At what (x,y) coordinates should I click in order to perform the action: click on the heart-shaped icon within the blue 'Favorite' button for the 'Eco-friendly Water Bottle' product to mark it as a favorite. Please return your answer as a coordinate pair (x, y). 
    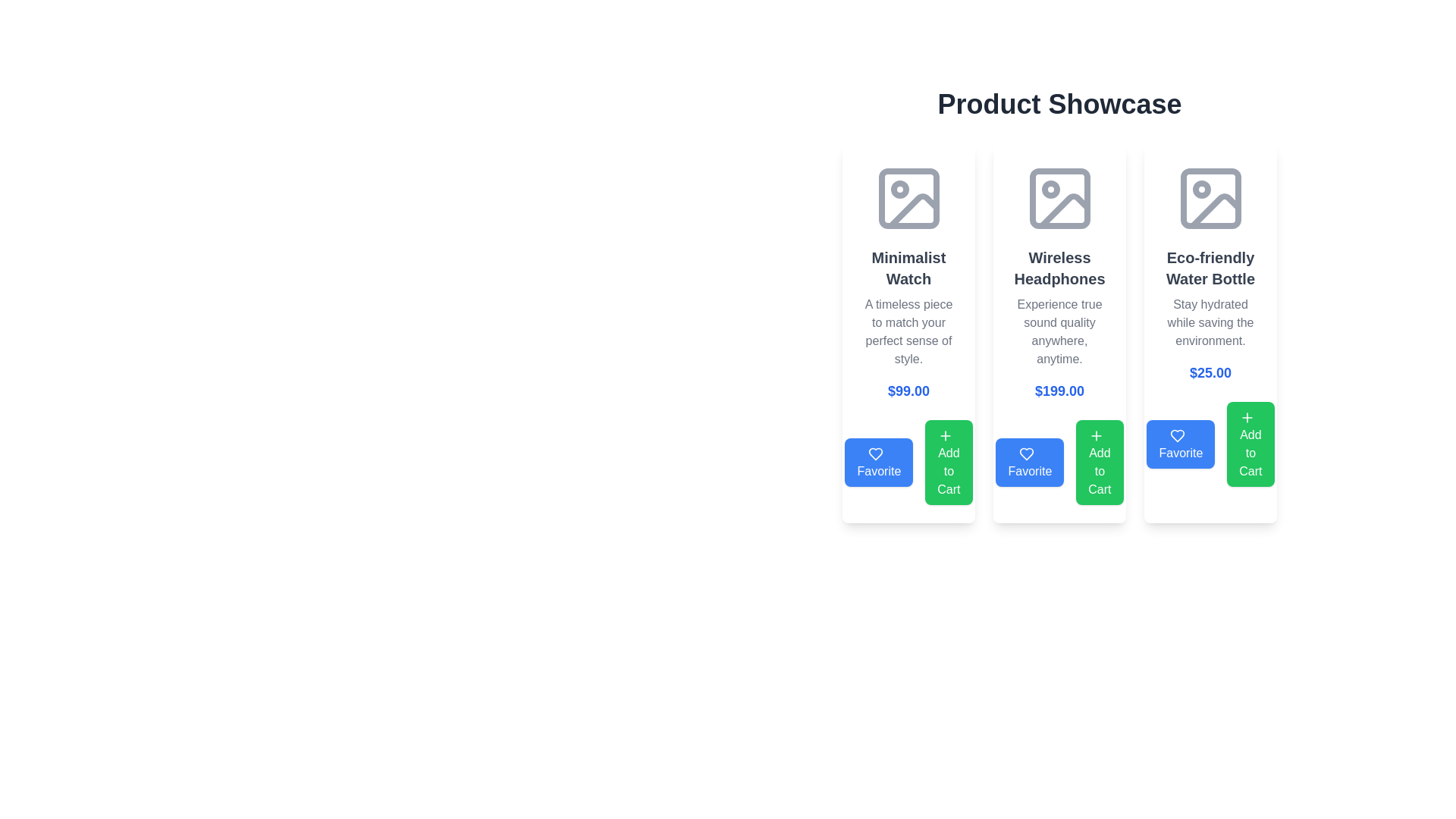
    Looking at the image, I should click on (1177, 435).